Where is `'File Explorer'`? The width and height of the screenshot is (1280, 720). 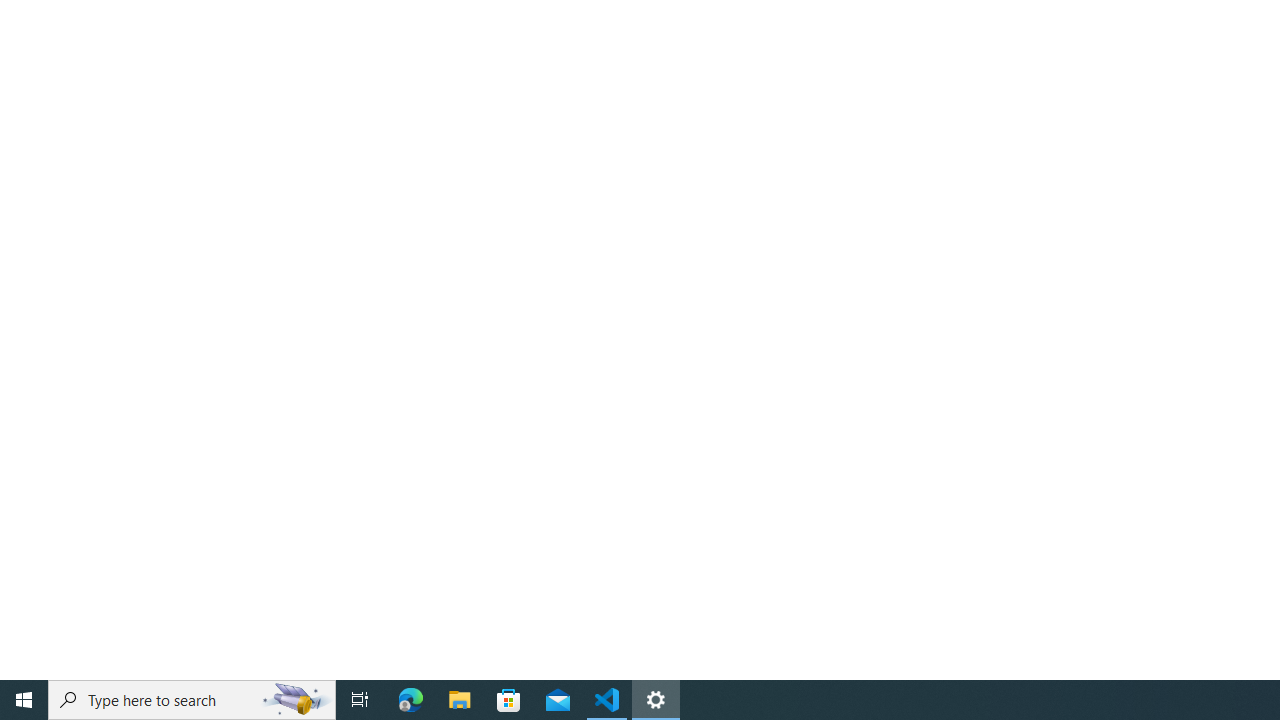
'File Explorer' is located at coordinates (459, 698).